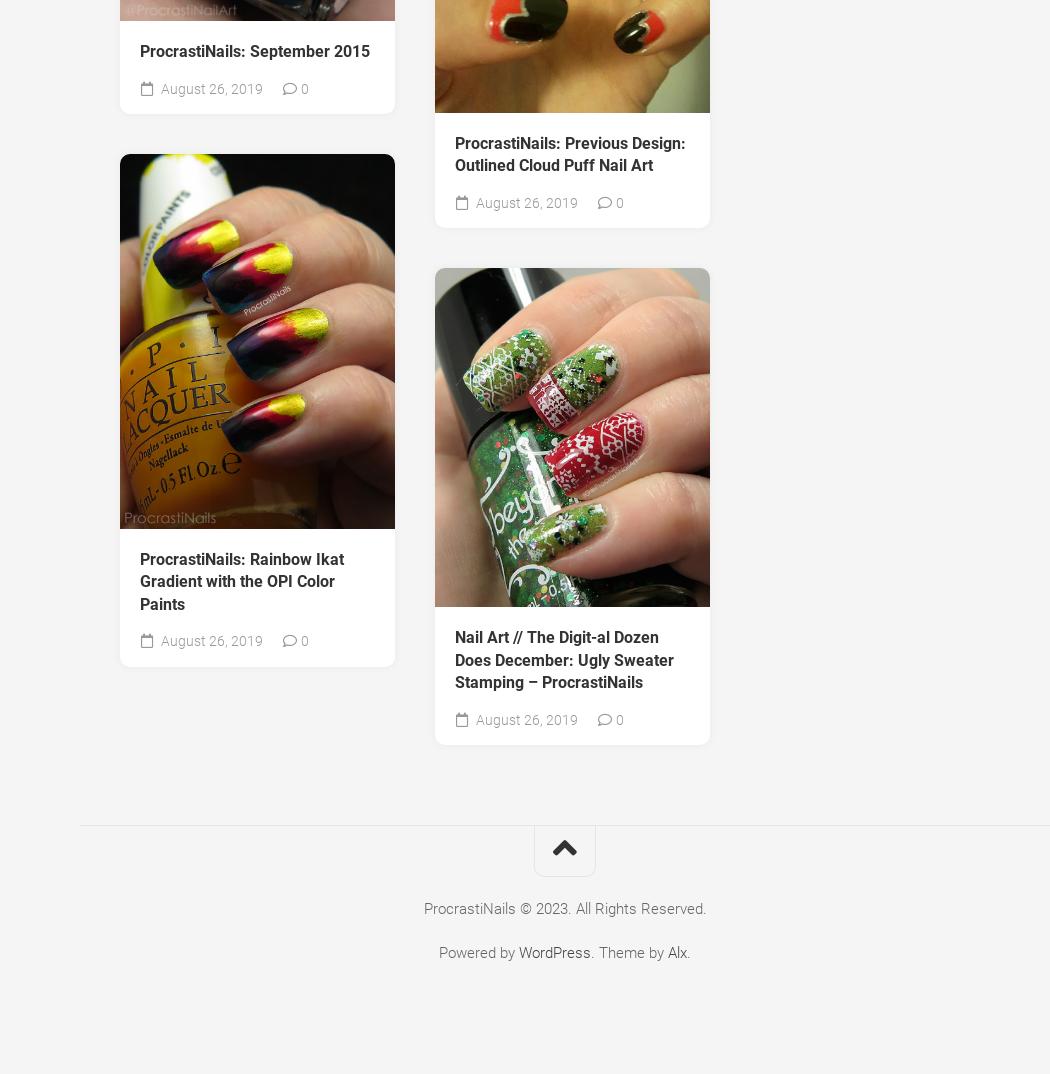  Describe the element at coordinates (555, 952) in the screenshot. I see `'WordPress'` at that location.